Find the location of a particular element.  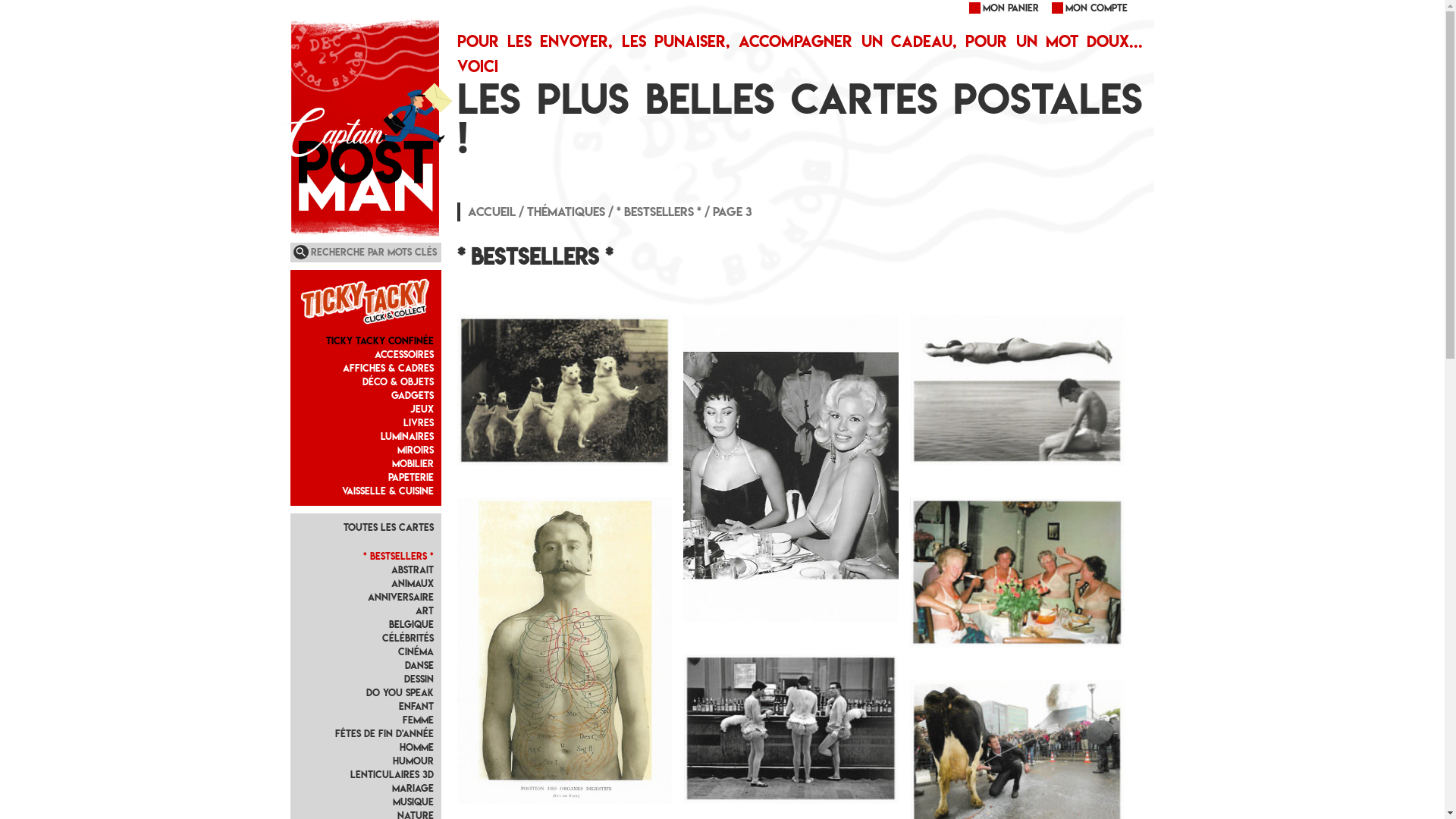

'Accessoires' is located at coordinates (403, 354).